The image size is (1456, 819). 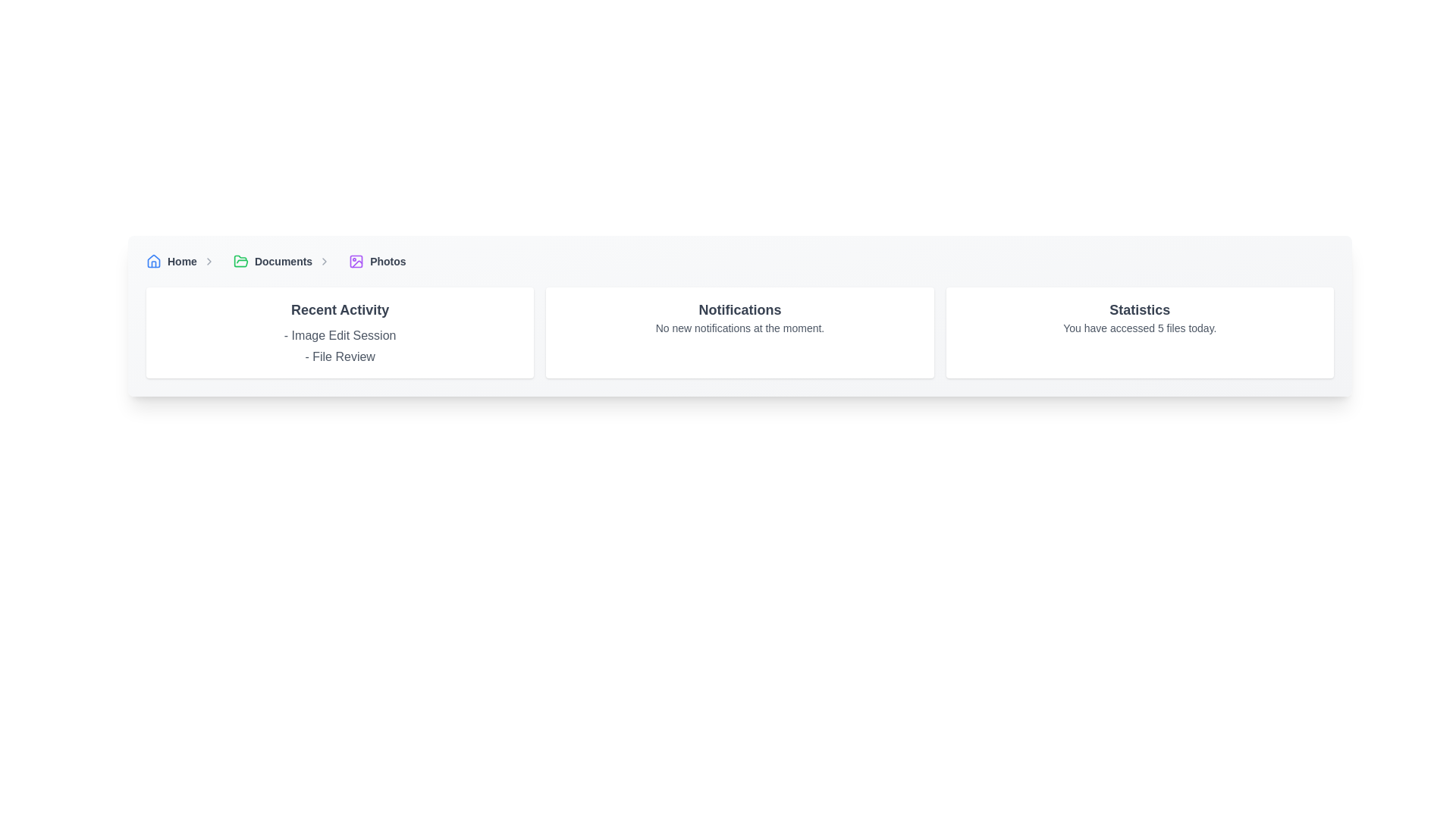 What do you see at coordinates (339, 332) in the screenshot?
I see `the 'Recent Activity' informational card located in the upper central part of the interface, styled with a clean white card layout and containing a heading and list items` at bounding box center [339, 332].